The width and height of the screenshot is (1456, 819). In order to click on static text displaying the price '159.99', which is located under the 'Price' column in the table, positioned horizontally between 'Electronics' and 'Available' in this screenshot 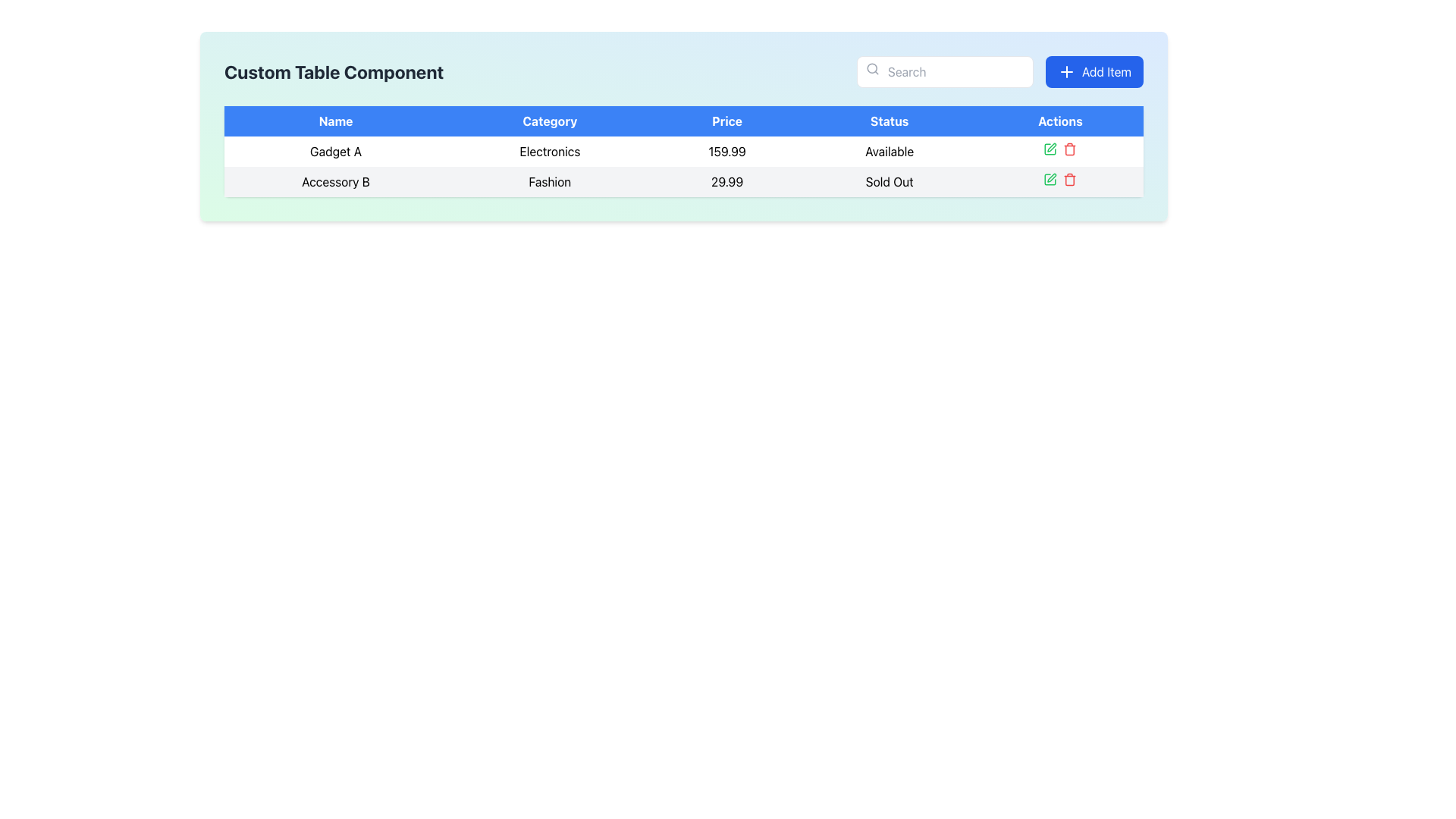, I will do `click(726, 152)`.